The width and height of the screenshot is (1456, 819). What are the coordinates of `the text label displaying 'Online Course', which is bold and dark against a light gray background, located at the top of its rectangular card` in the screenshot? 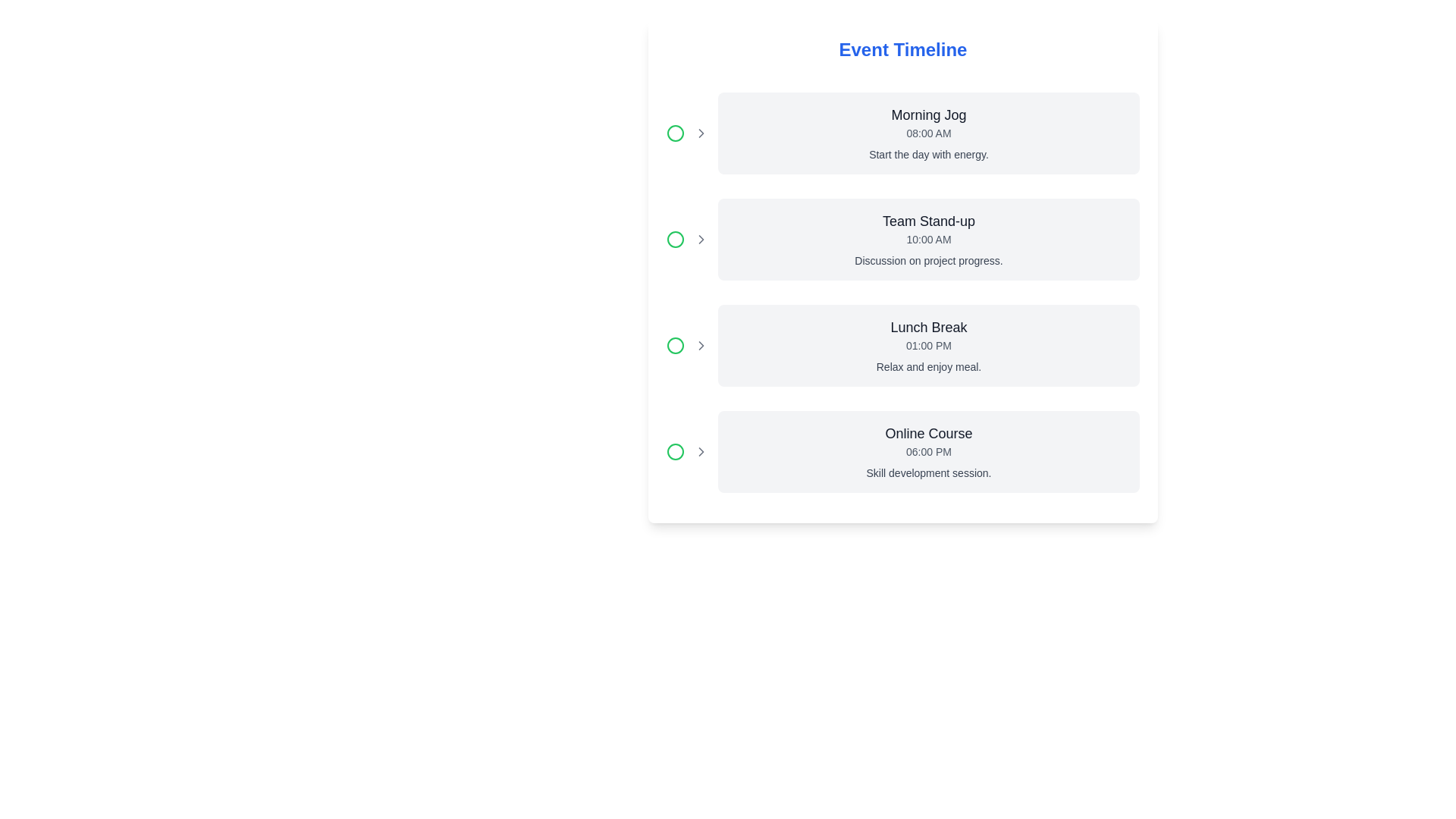 It's located at (927, 433).